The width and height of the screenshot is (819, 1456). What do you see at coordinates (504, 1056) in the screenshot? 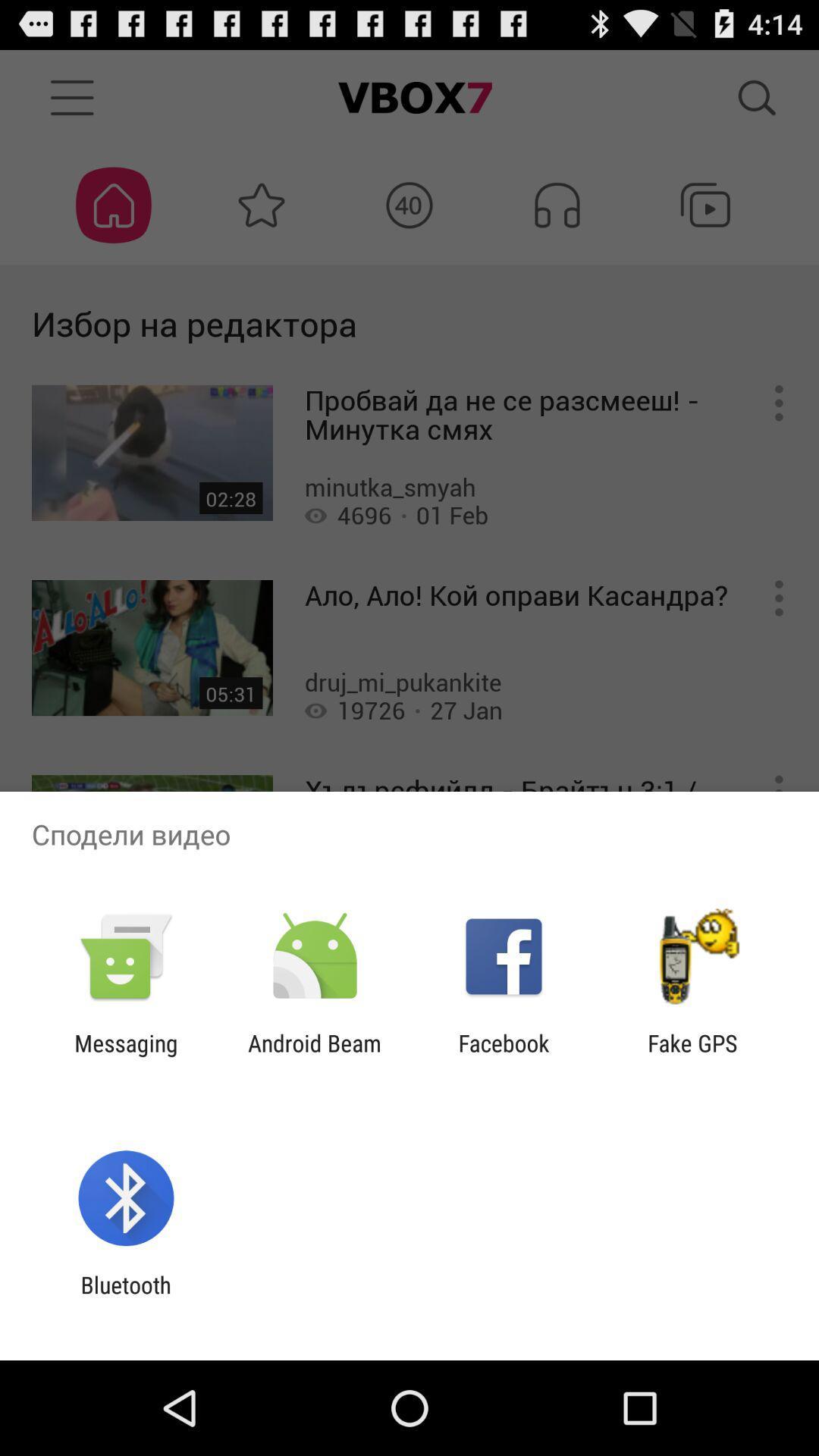
I see `the app next to fake gps item` at bounding box center [504, 1056].